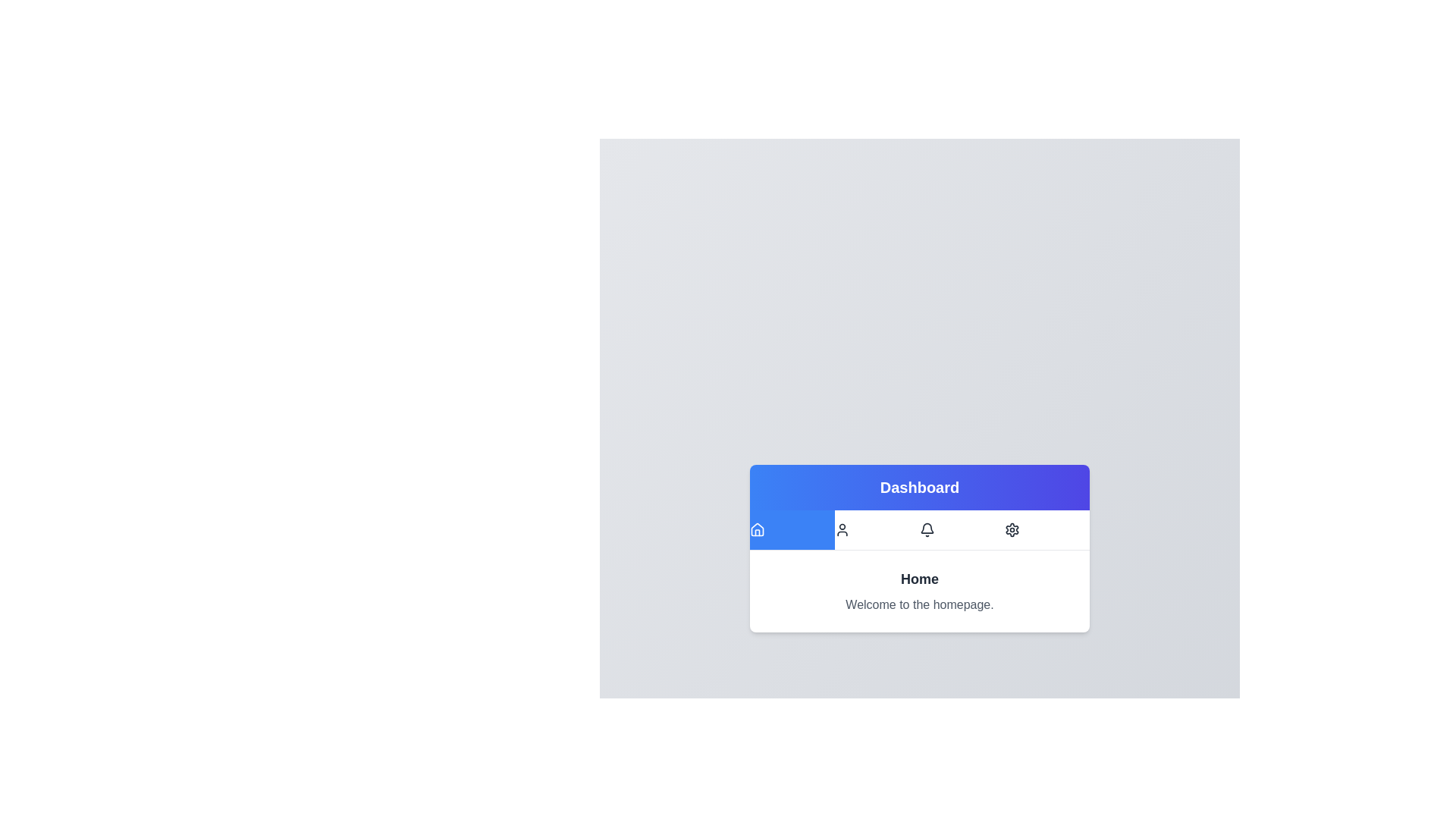  What do you see at coordinates (877, 529) in the screenshot?
I see `the Profile tab to navigate to the corresponding section` at bounding box center [877, 529].